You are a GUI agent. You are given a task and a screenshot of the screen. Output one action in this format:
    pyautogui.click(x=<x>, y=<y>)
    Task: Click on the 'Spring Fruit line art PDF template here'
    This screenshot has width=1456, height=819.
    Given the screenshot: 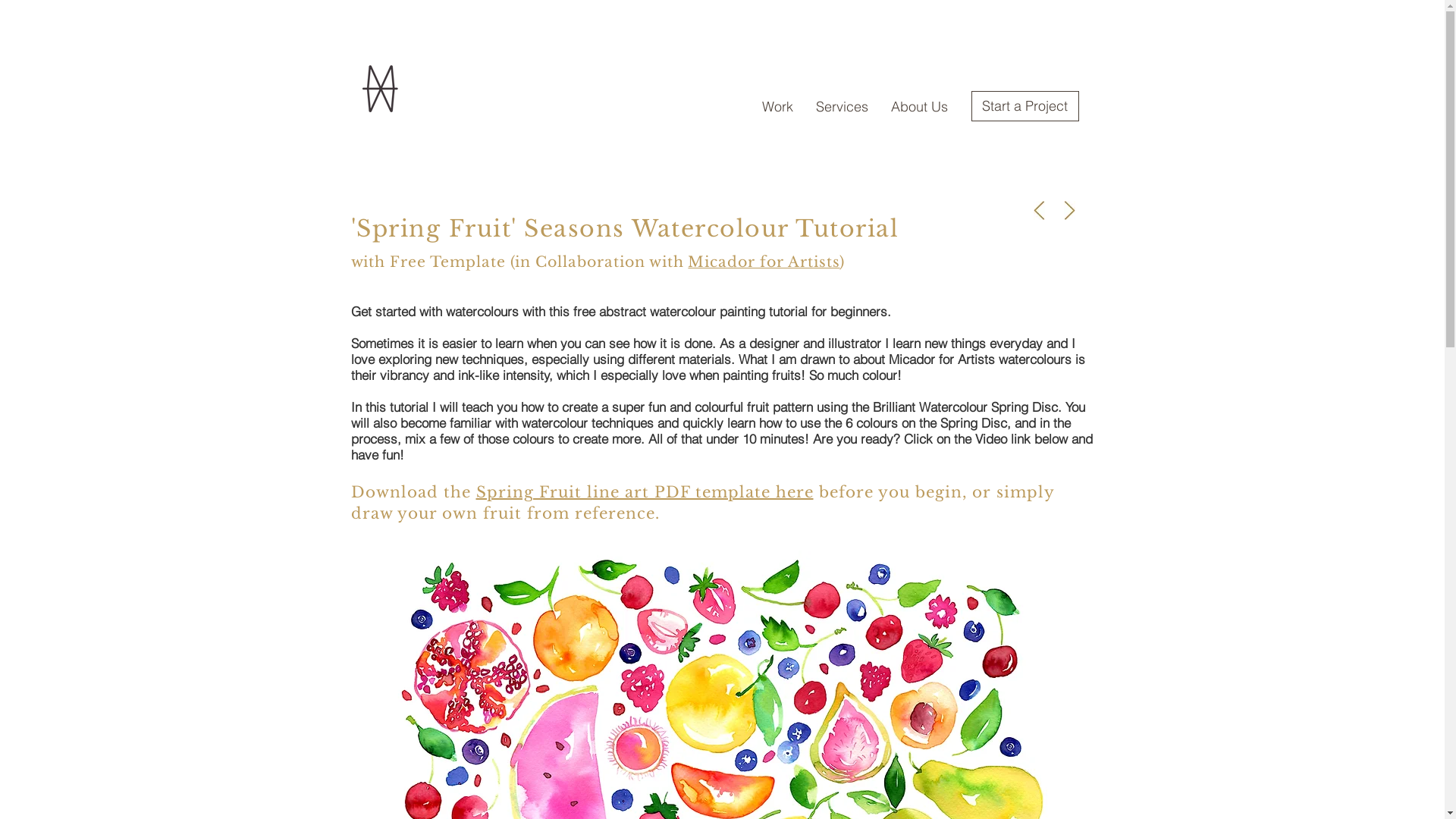 What is the action you would take?
    pyautogui.click(x=645, y=491)
    